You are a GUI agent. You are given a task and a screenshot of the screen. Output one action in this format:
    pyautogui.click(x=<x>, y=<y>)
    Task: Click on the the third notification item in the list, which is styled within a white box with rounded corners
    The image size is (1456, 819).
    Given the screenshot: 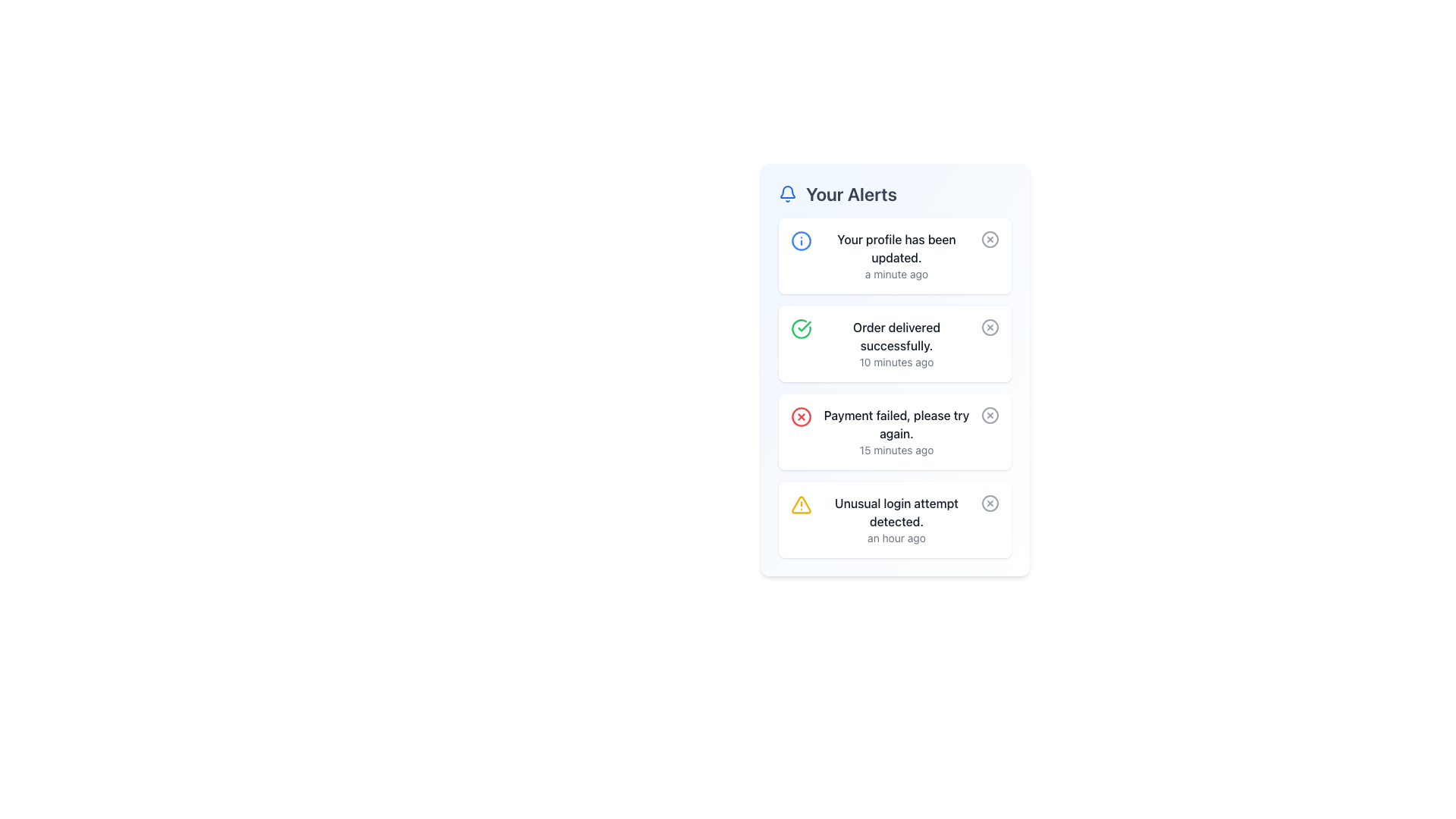 What is the action you would take?
    pyautogui.click(x=895, y=388)
    